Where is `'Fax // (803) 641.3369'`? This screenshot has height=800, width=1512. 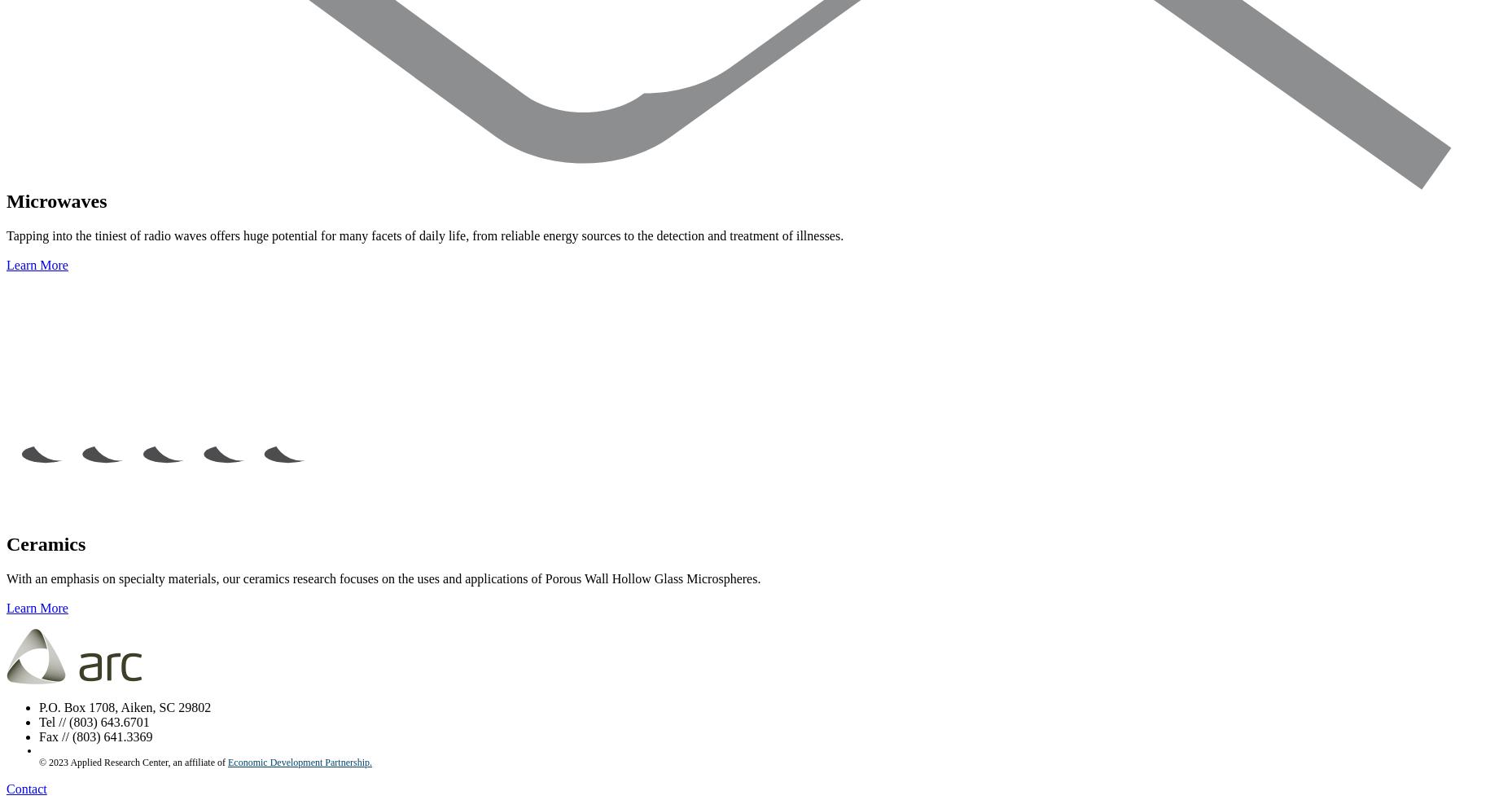 'Fax // (803) 641.3369' is located at coordinates (95, 736).